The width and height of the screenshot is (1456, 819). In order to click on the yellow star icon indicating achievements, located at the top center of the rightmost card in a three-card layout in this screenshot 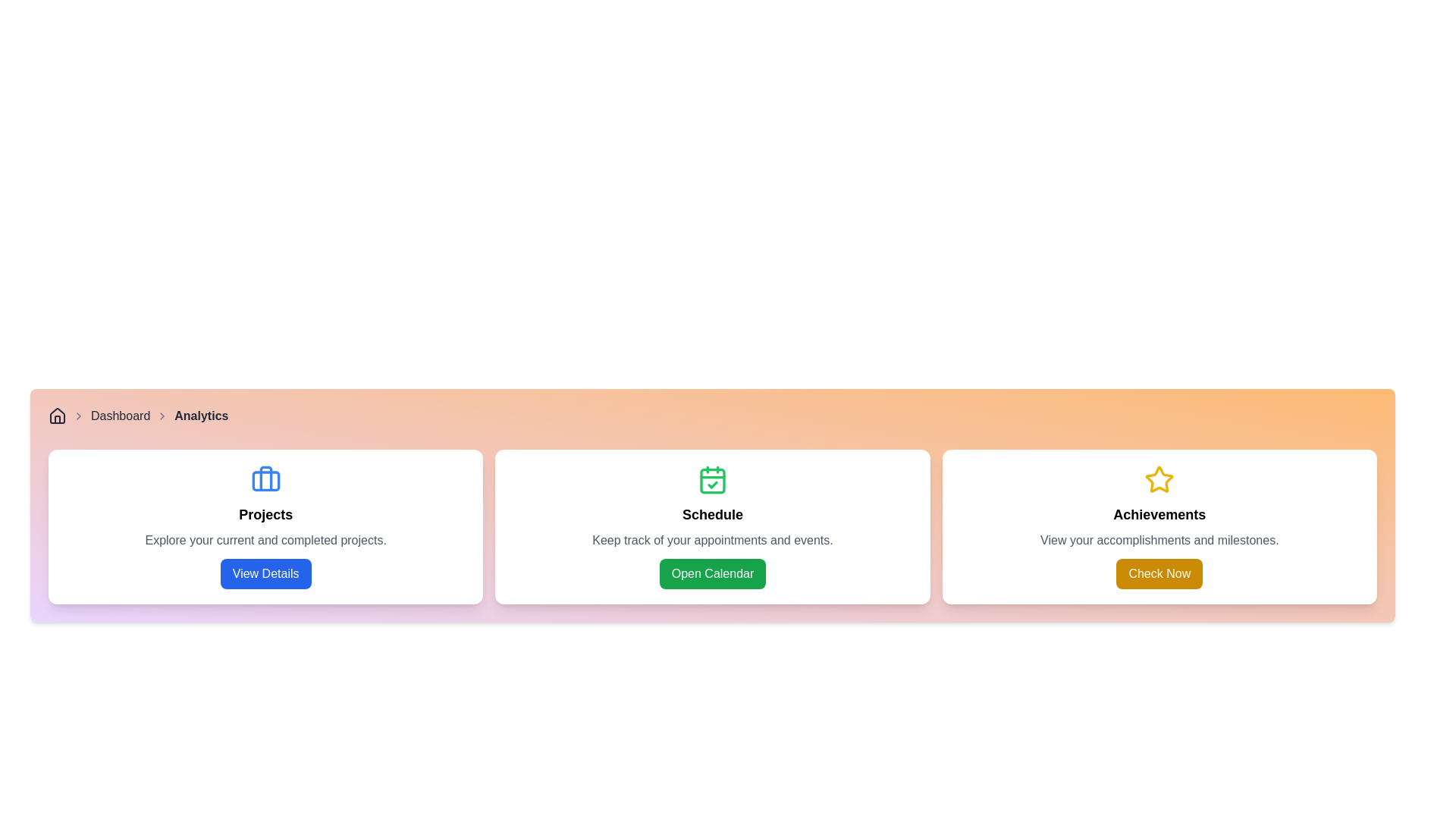, I will do `click(1159, 479)`.